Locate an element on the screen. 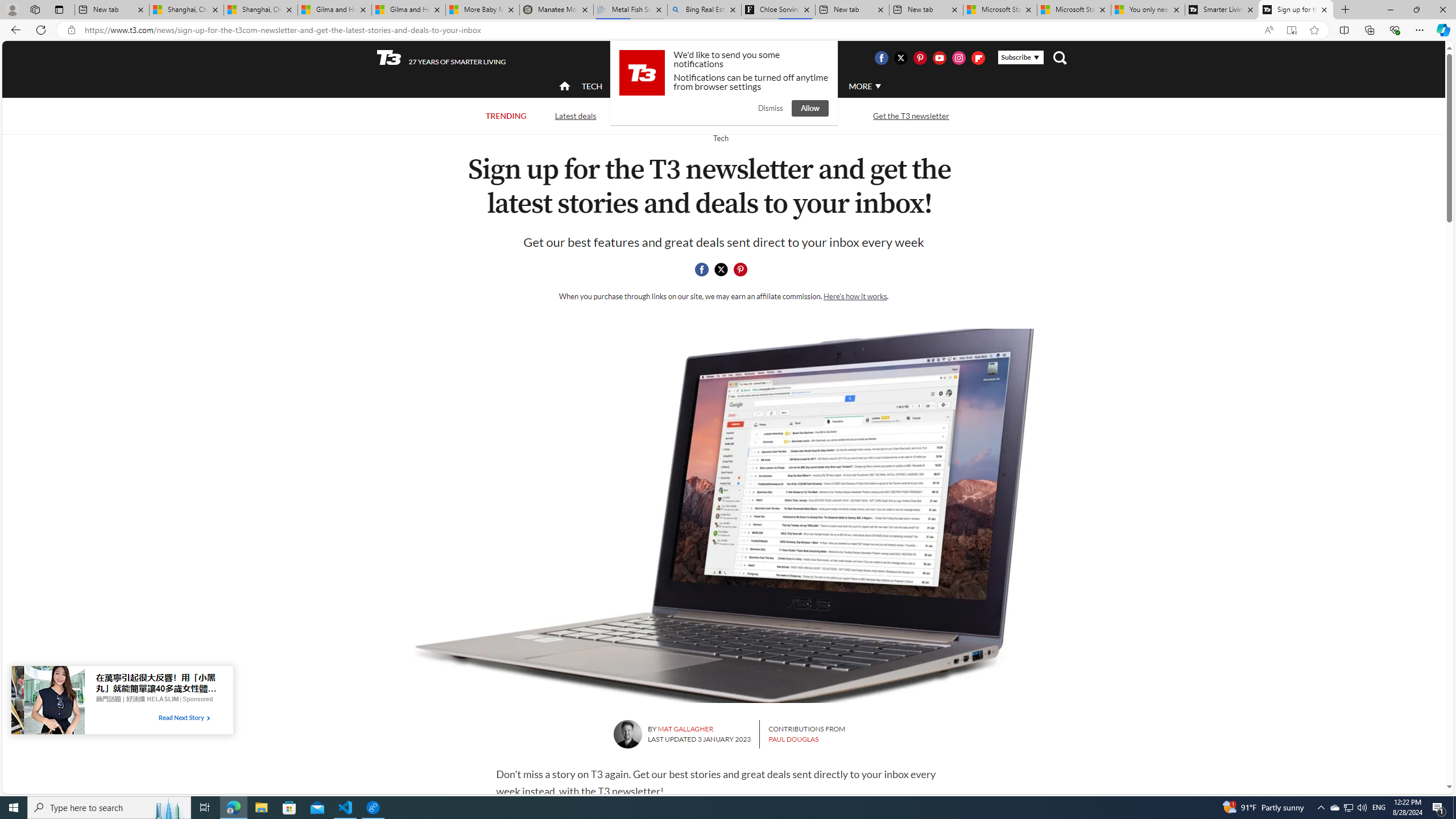  'PAUL DOUGLAS' is located at coordinates (793, 738).